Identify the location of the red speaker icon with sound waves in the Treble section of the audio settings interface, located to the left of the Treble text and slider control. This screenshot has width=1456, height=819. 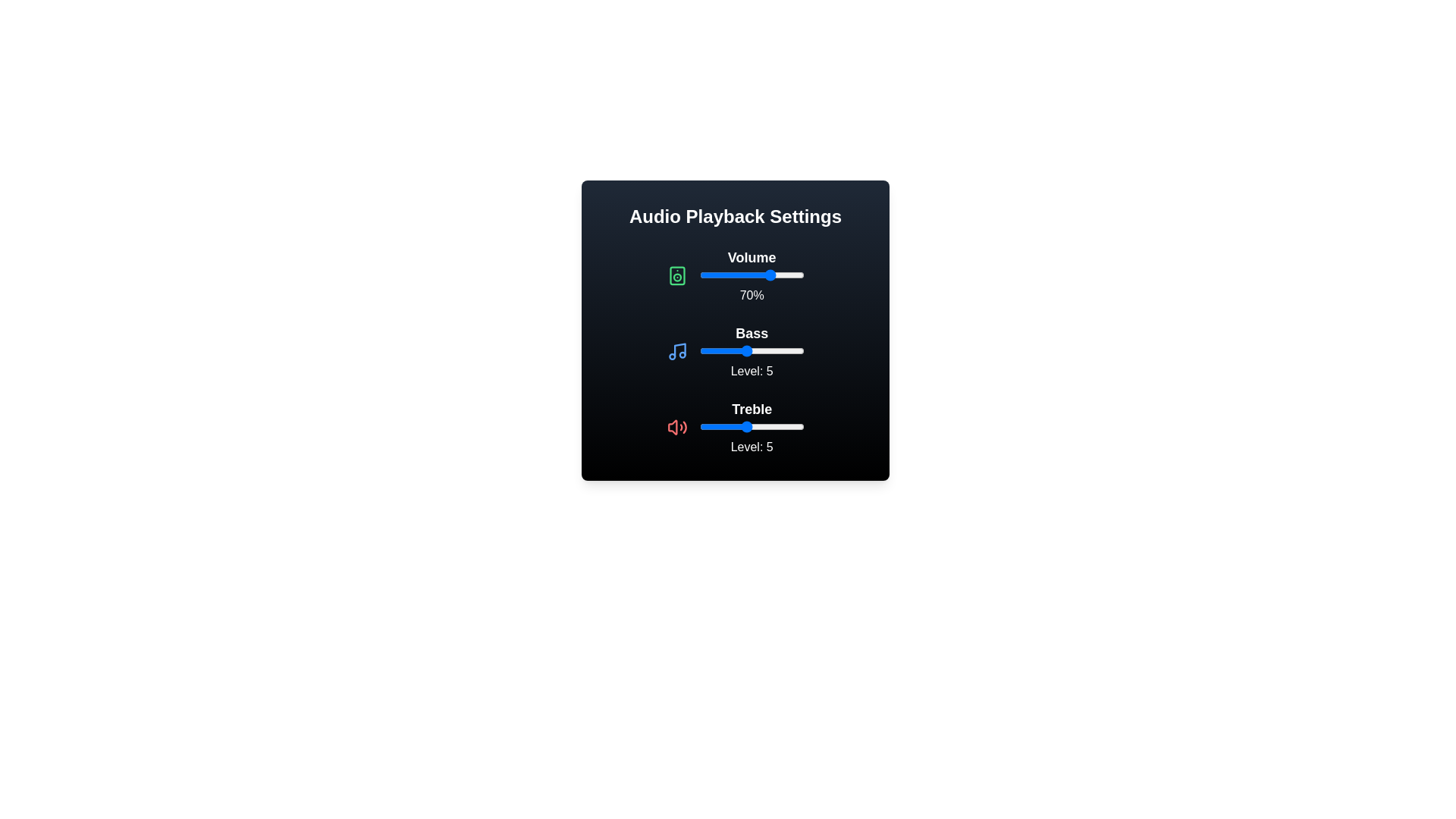
(676, 427).